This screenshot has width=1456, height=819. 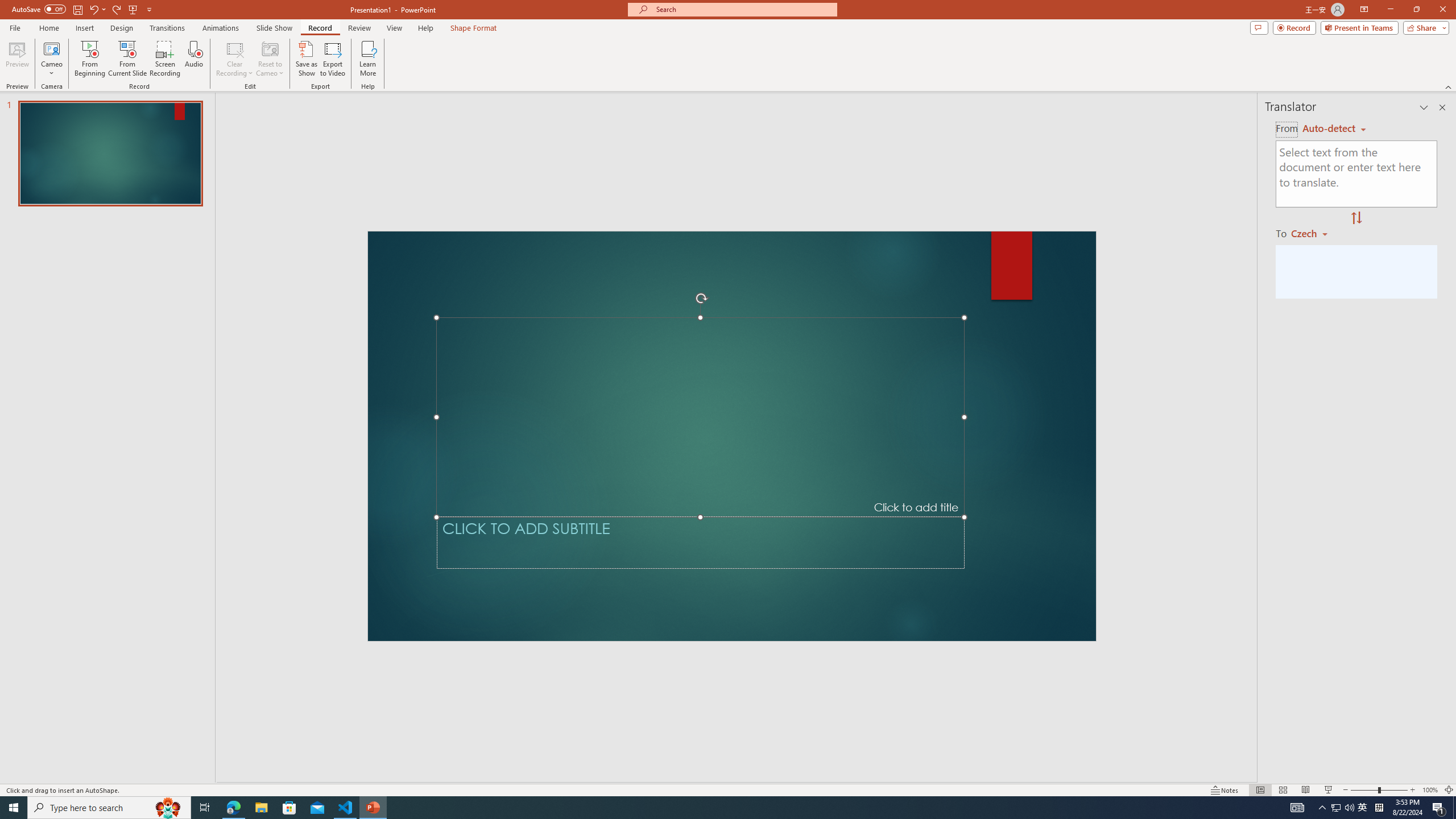 What do you see at coordinates (14, 27) in the screenshot?
I see `'File Tab'` at bounding box center [14, 27].